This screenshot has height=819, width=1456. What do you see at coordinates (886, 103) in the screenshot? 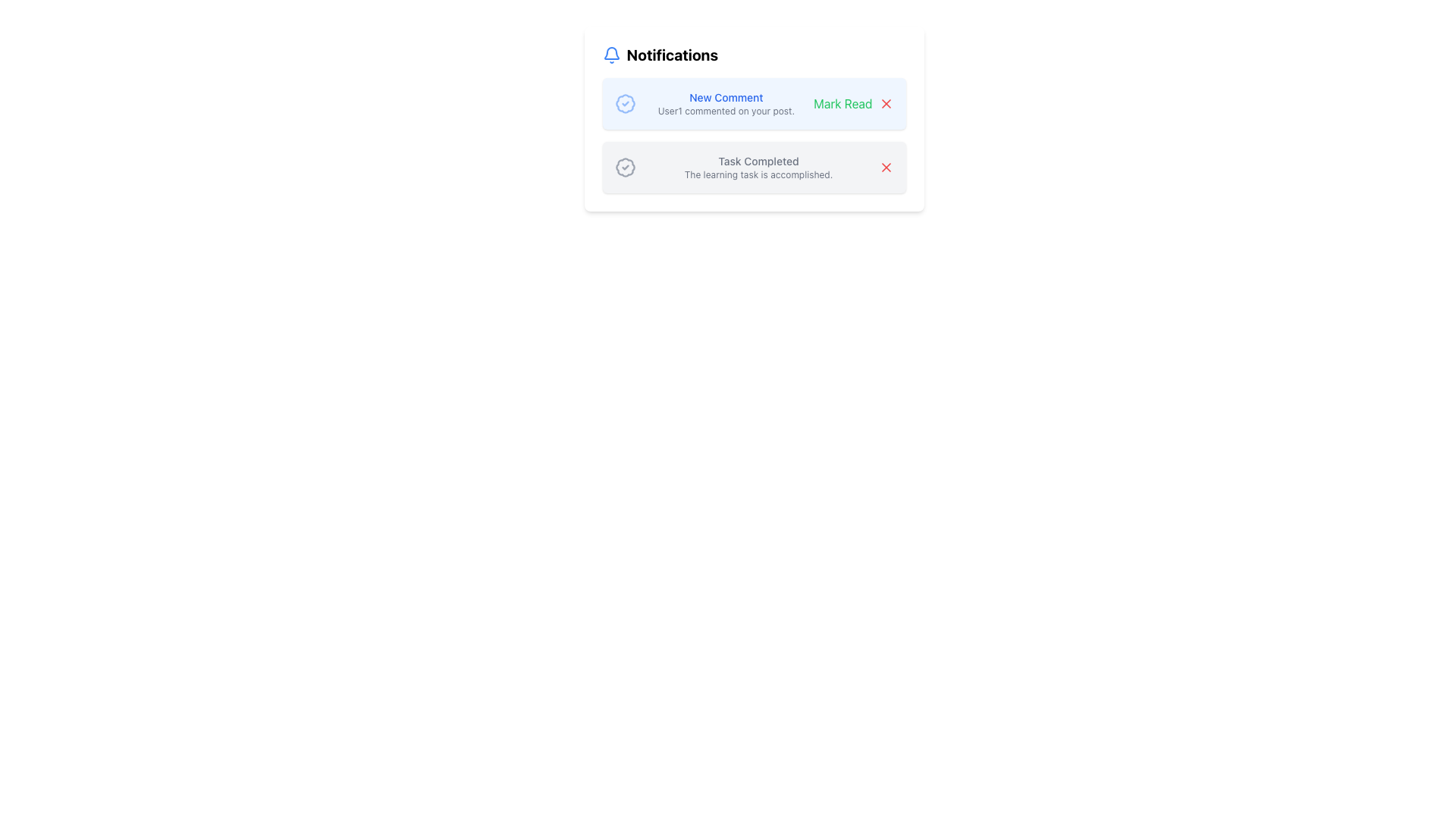
I see `the button positioned to the right of the 'Mark Read' text` at bounding box center [886, 103].